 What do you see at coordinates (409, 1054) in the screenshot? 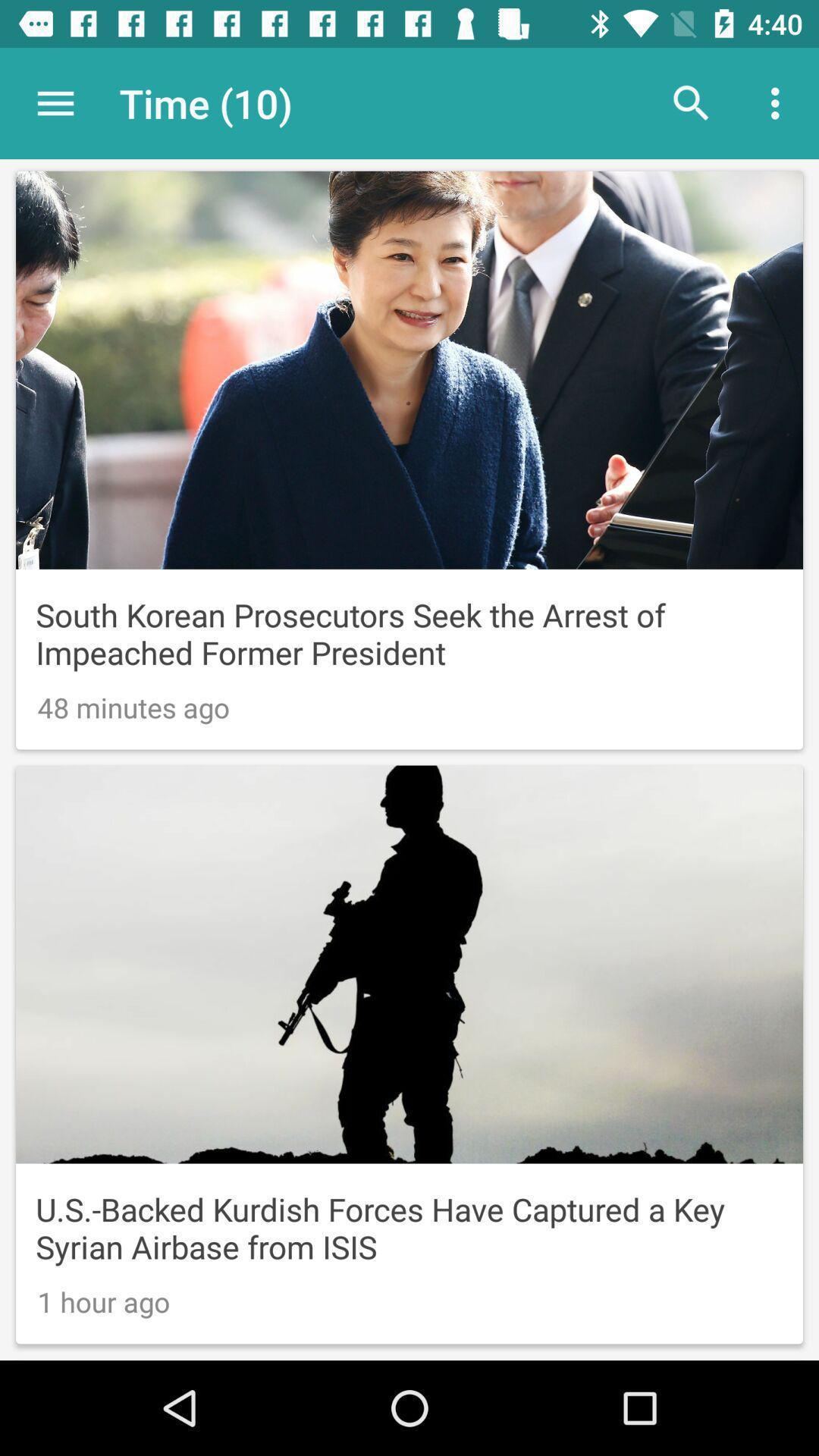
I see `the image in which the text says usbacked kurdish forces have captured a key syrian airbase from isis` at bounding box center [409, 1054].